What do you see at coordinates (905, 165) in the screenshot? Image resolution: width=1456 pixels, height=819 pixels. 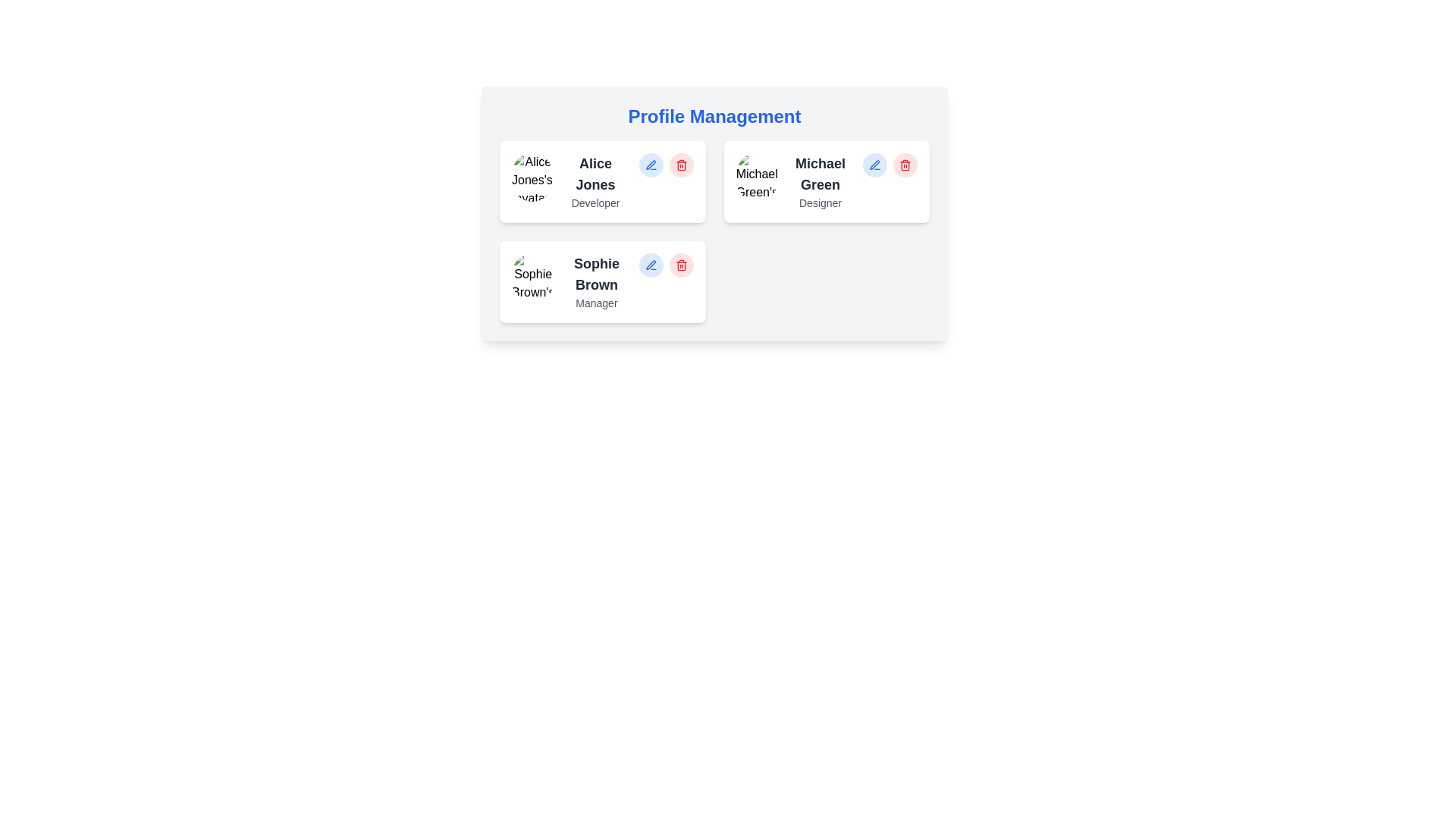 I see `the red trash bin icon button located in the top-right corner of the card for 'Michael Green'` at bounding box center [905, 165].